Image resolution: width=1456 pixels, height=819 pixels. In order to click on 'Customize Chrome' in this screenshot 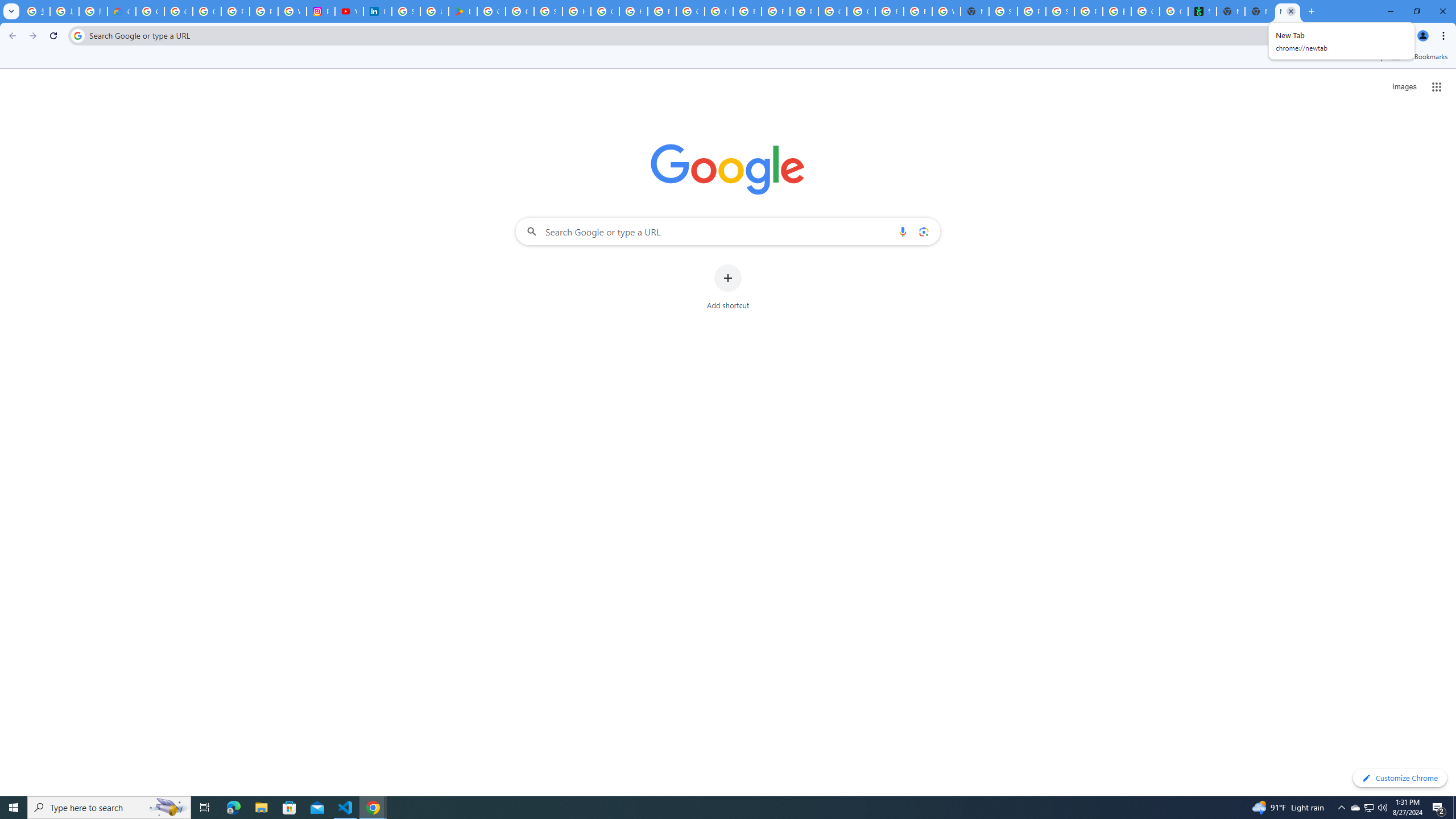, I will do `click(1400, 777)`.